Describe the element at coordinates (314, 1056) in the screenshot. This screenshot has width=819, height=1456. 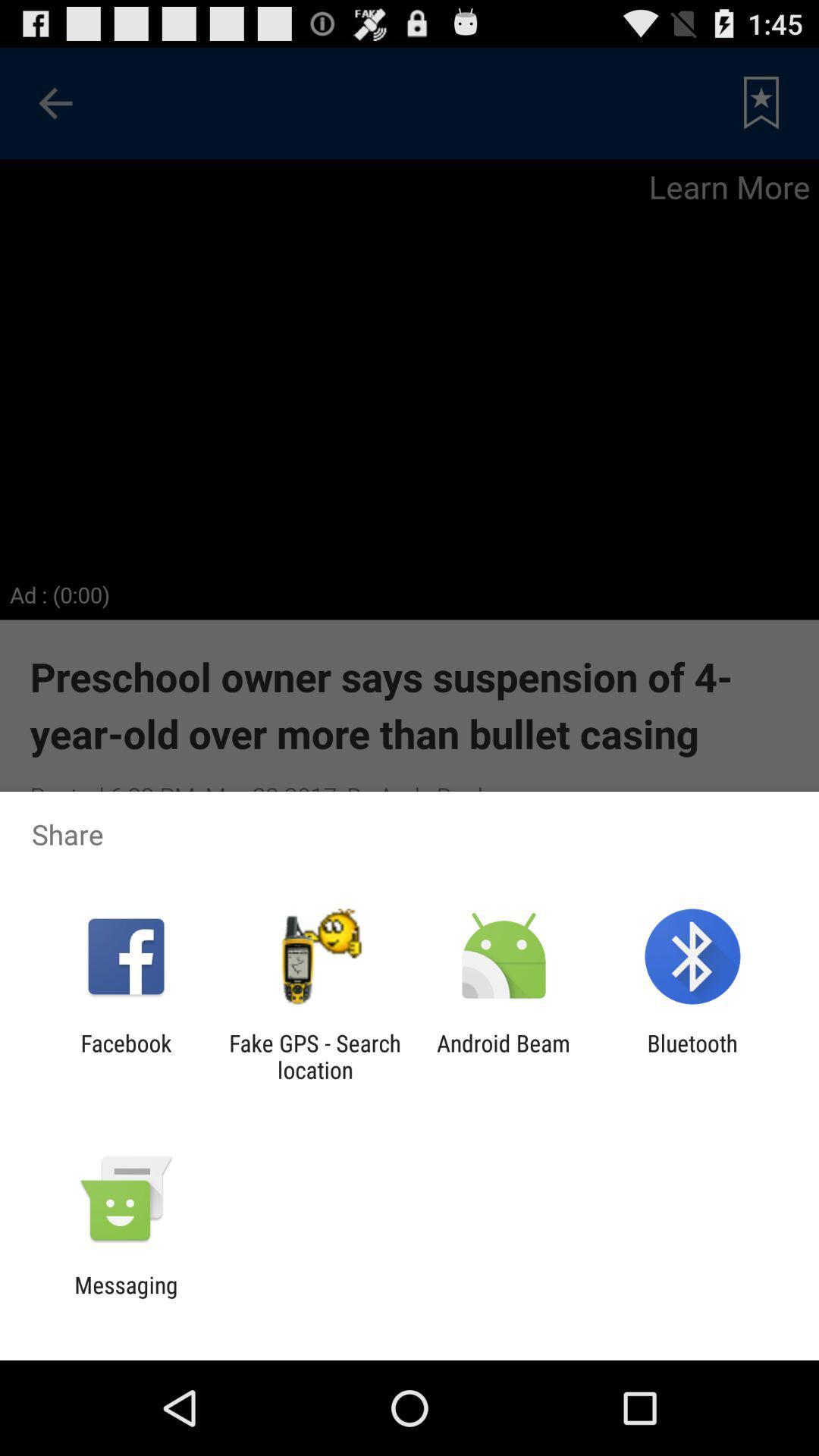
I see `the icon next to the facebook icon` at that location.